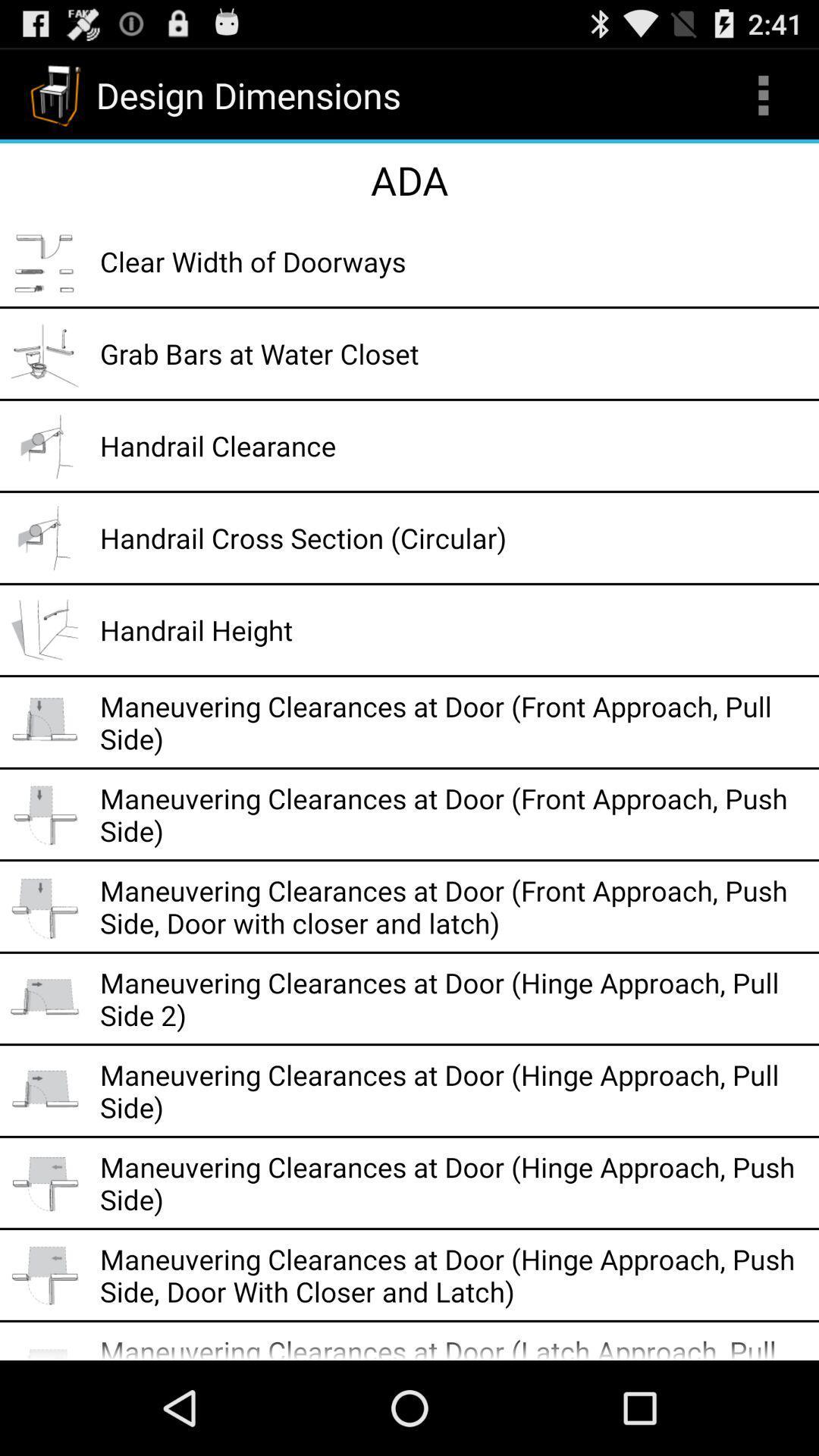 This screenshot has height=1456, width=819. What do you see at coordinates (763, 94) in the screenshot?
I see `icon next to design dimensions` at bounding box center [763, 94].